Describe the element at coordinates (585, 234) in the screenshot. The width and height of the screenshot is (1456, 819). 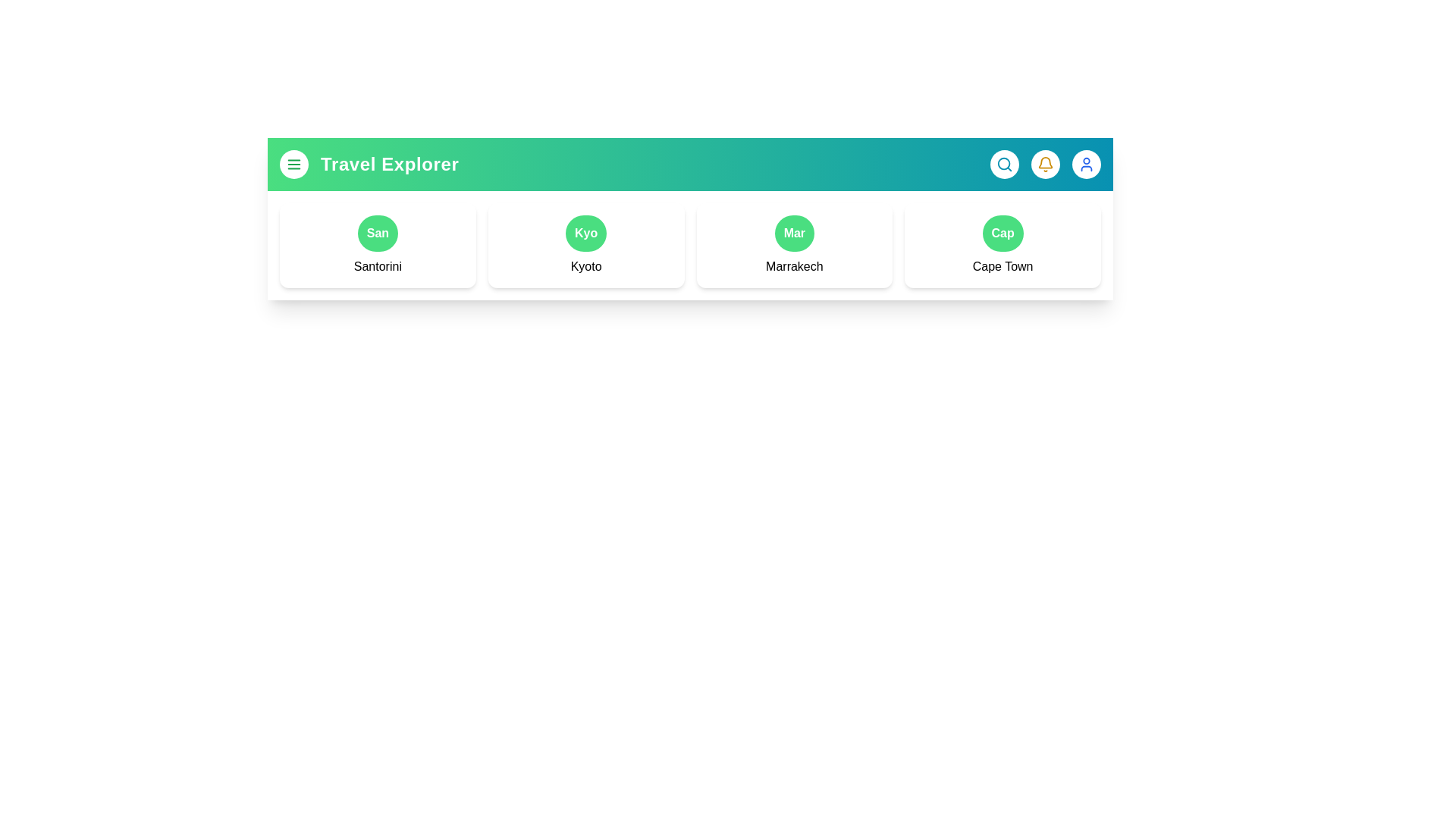
I see `the destination button labeled Kyoto` at that location.